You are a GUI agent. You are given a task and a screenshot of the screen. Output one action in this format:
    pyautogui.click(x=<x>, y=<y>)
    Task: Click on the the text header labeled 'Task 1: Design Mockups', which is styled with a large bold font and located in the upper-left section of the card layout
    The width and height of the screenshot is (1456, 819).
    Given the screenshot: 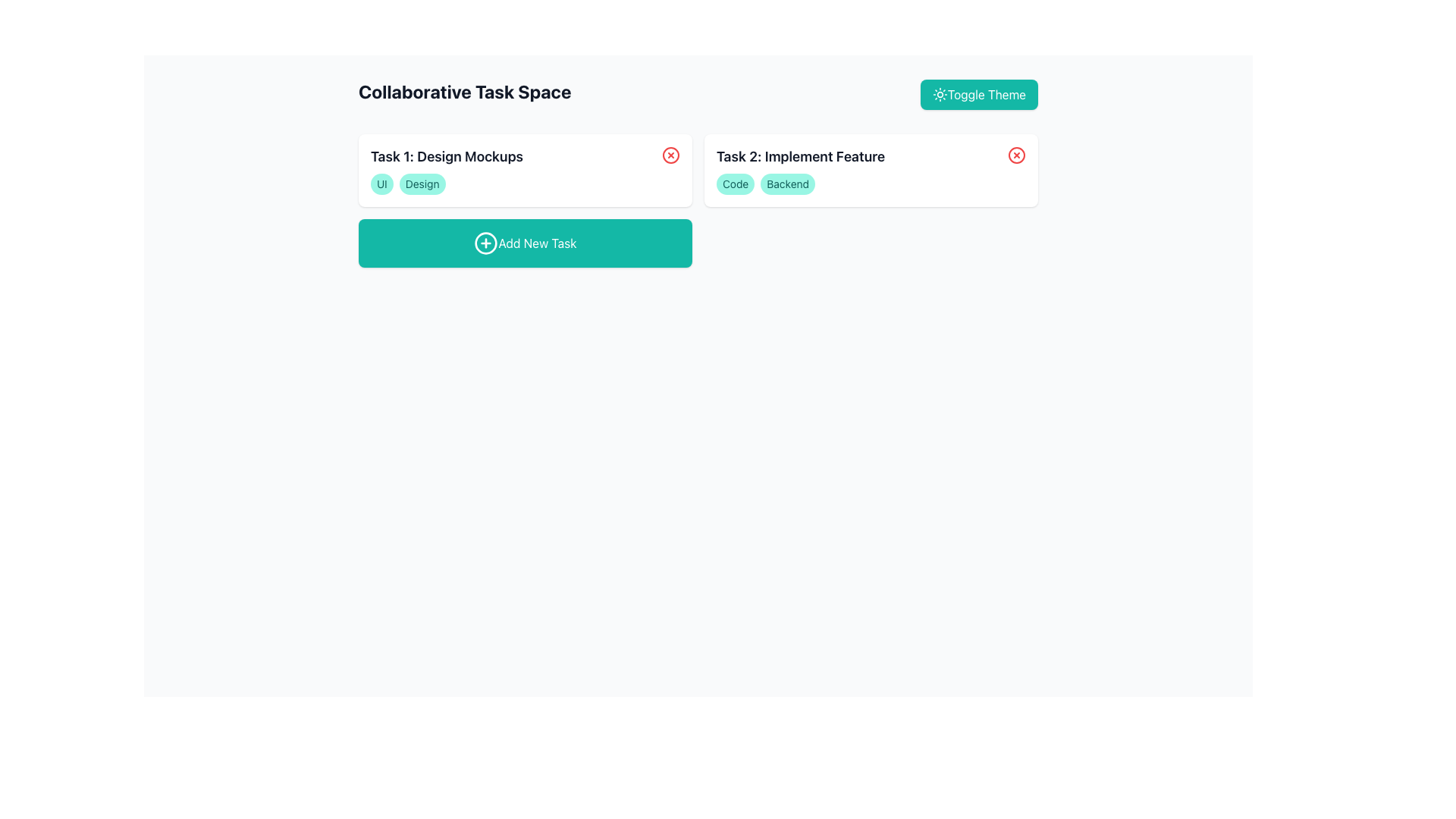 What is the action you would take?
    pyautogui.click(x=446, y=157)
    